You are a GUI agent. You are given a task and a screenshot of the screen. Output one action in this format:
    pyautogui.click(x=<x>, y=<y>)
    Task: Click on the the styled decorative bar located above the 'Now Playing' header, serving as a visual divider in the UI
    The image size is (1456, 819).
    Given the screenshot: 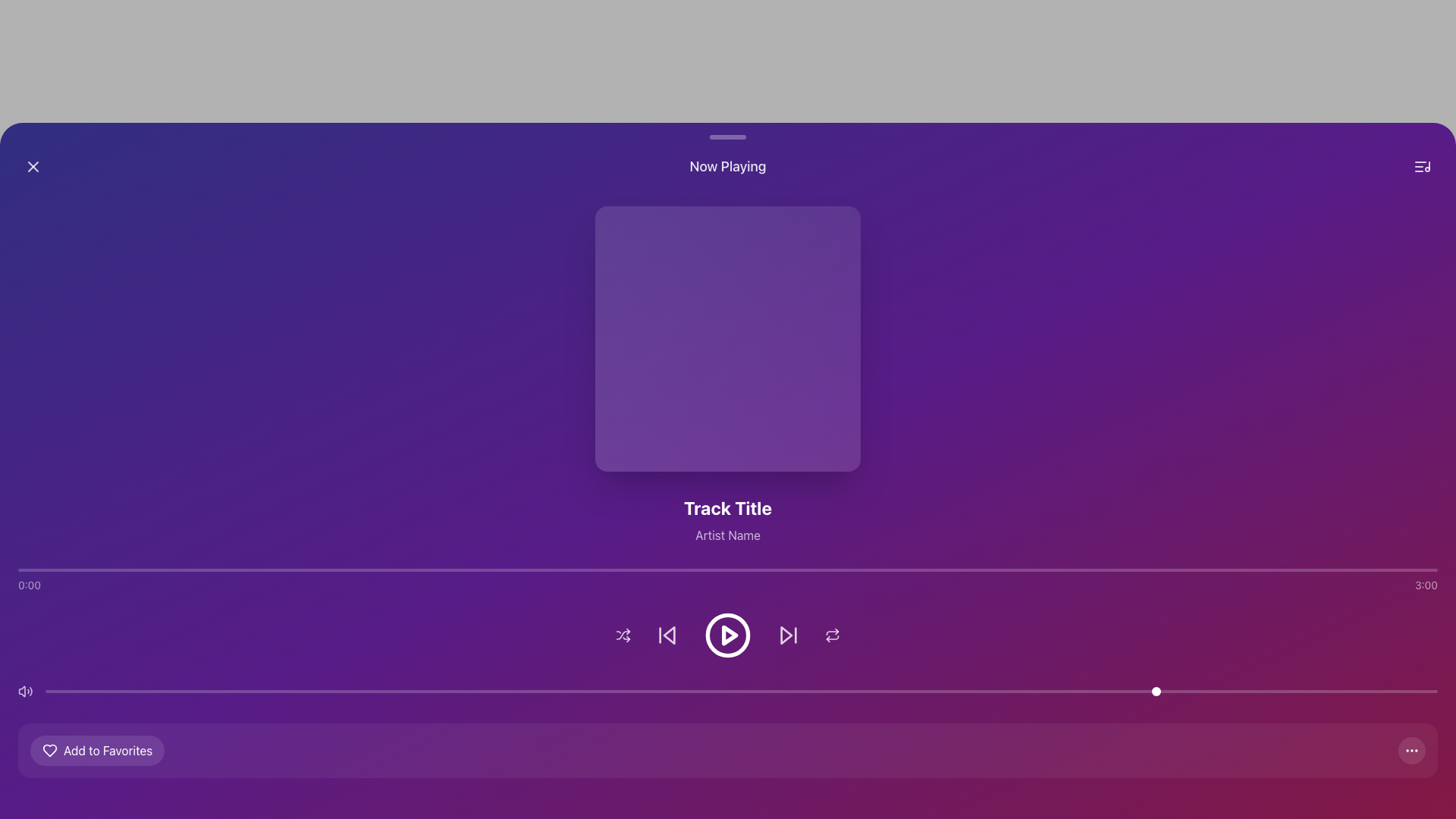 What is the action you would take?
    pyautogui.click(x=728, y=137)
    